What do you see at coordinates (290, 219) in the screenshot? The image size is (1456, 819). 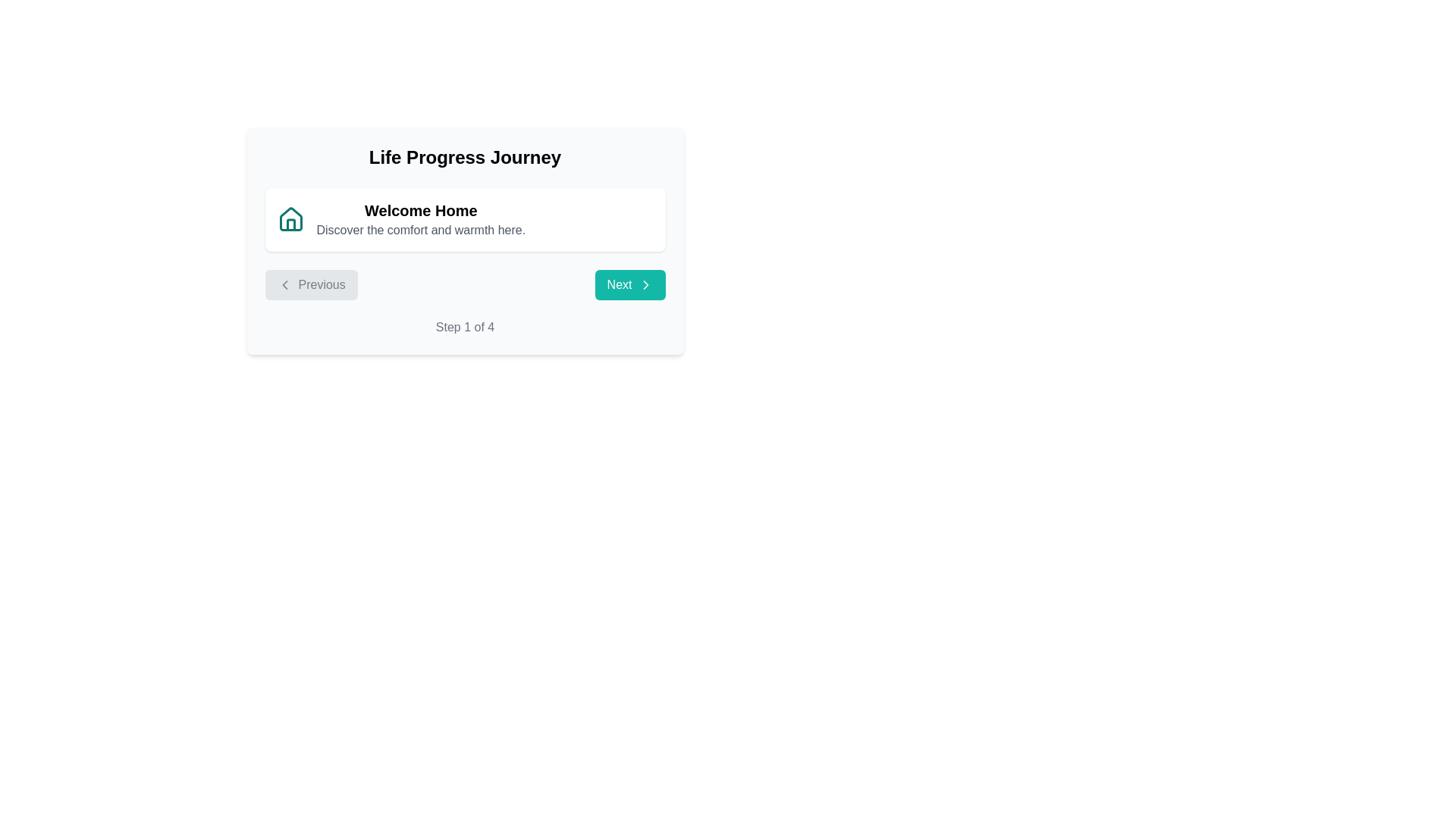 I see `the house-shaped icon filled with teal color, located within a white rounded rectangular card, positioned to the left of the 'Welcome Home' text block` at bounding box center [290, 219].